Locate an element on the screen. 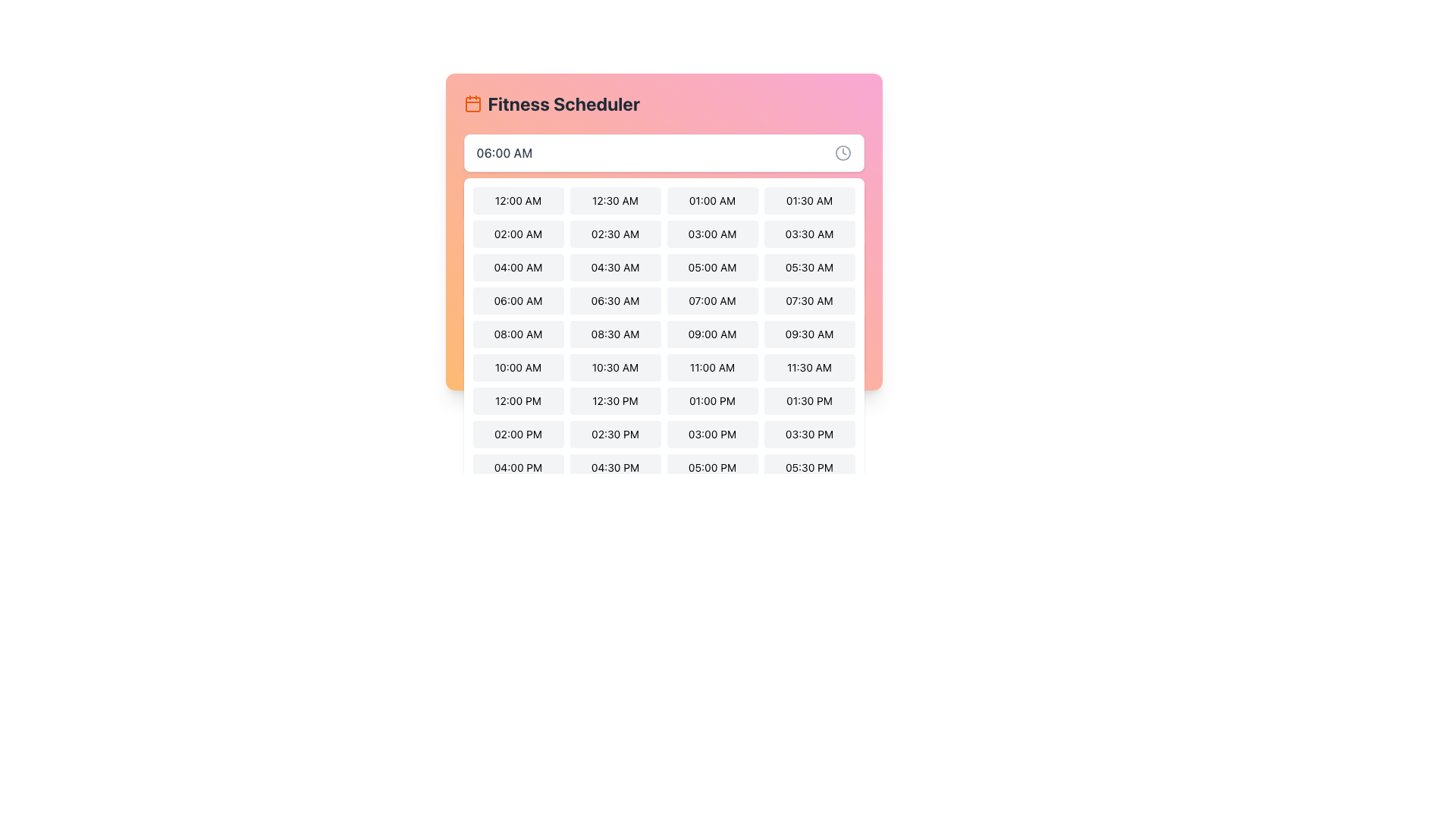 Image resolution: width=1456 pixels, height=819 pixels. the button displaying '10:30 AM' is located at coordinates (615, 368).